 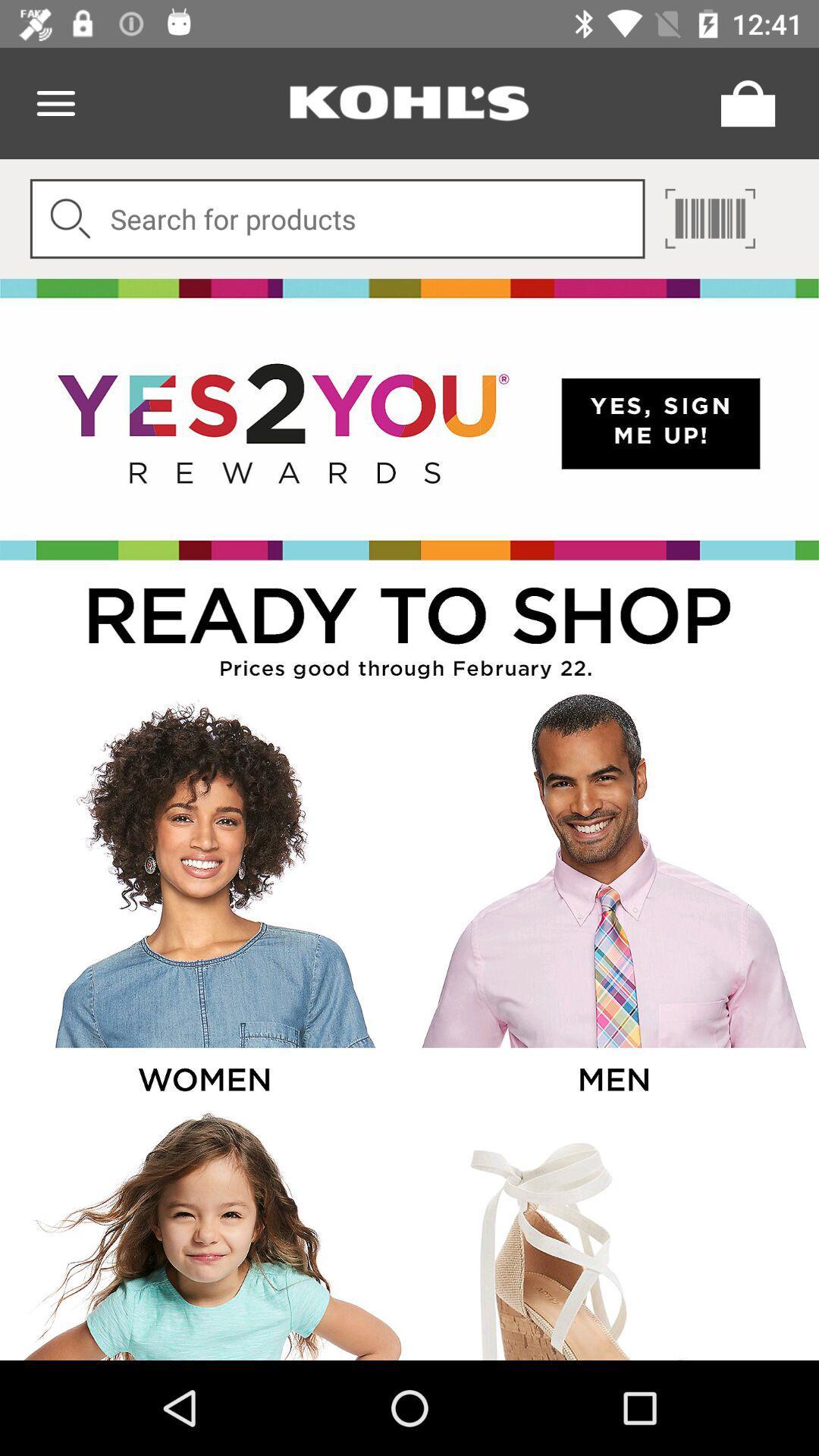 I want to click on advertisement page, so click(x=409, y=419).